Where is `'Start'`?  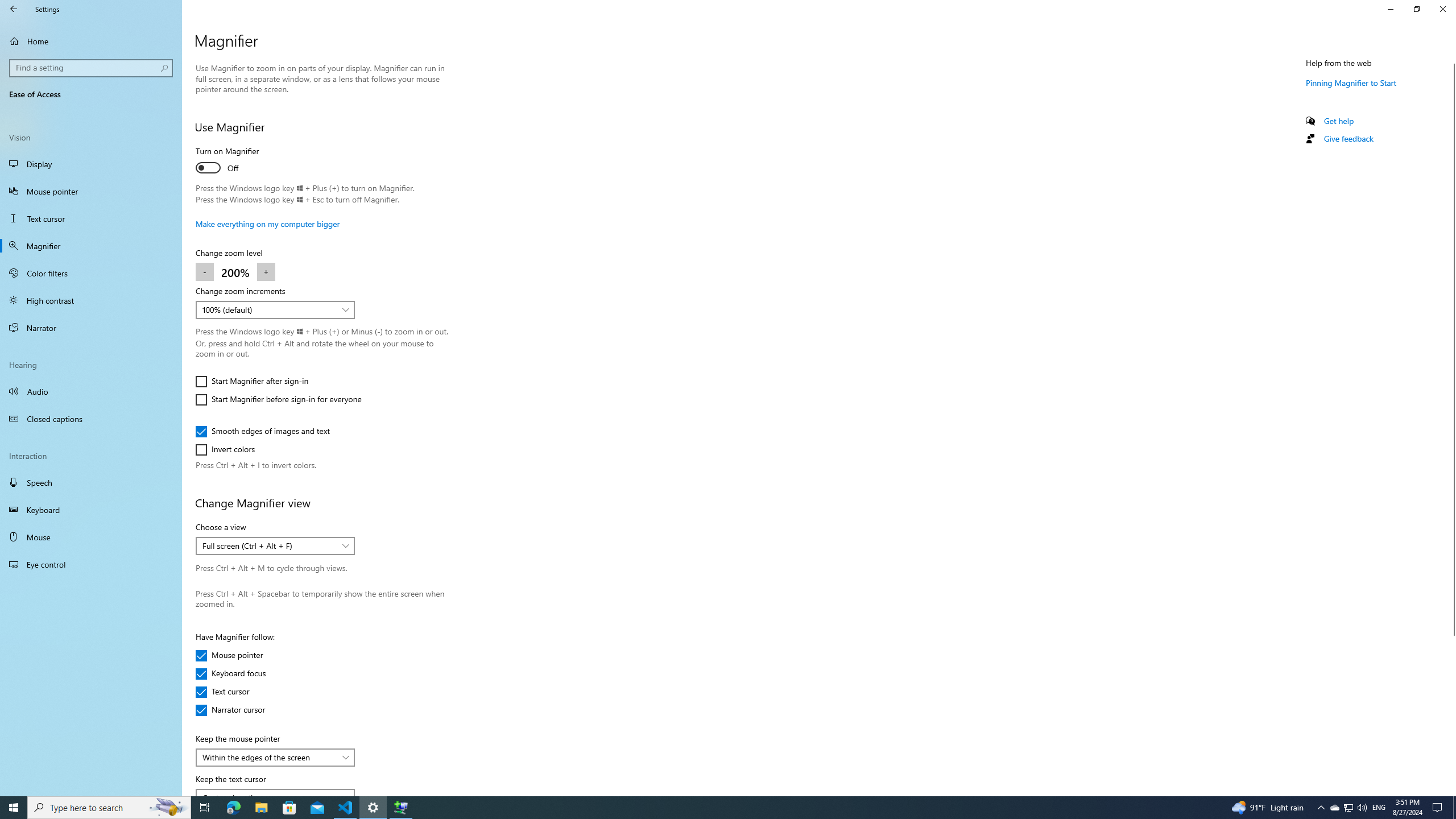
'Start' is located at coordinates (14, 806).